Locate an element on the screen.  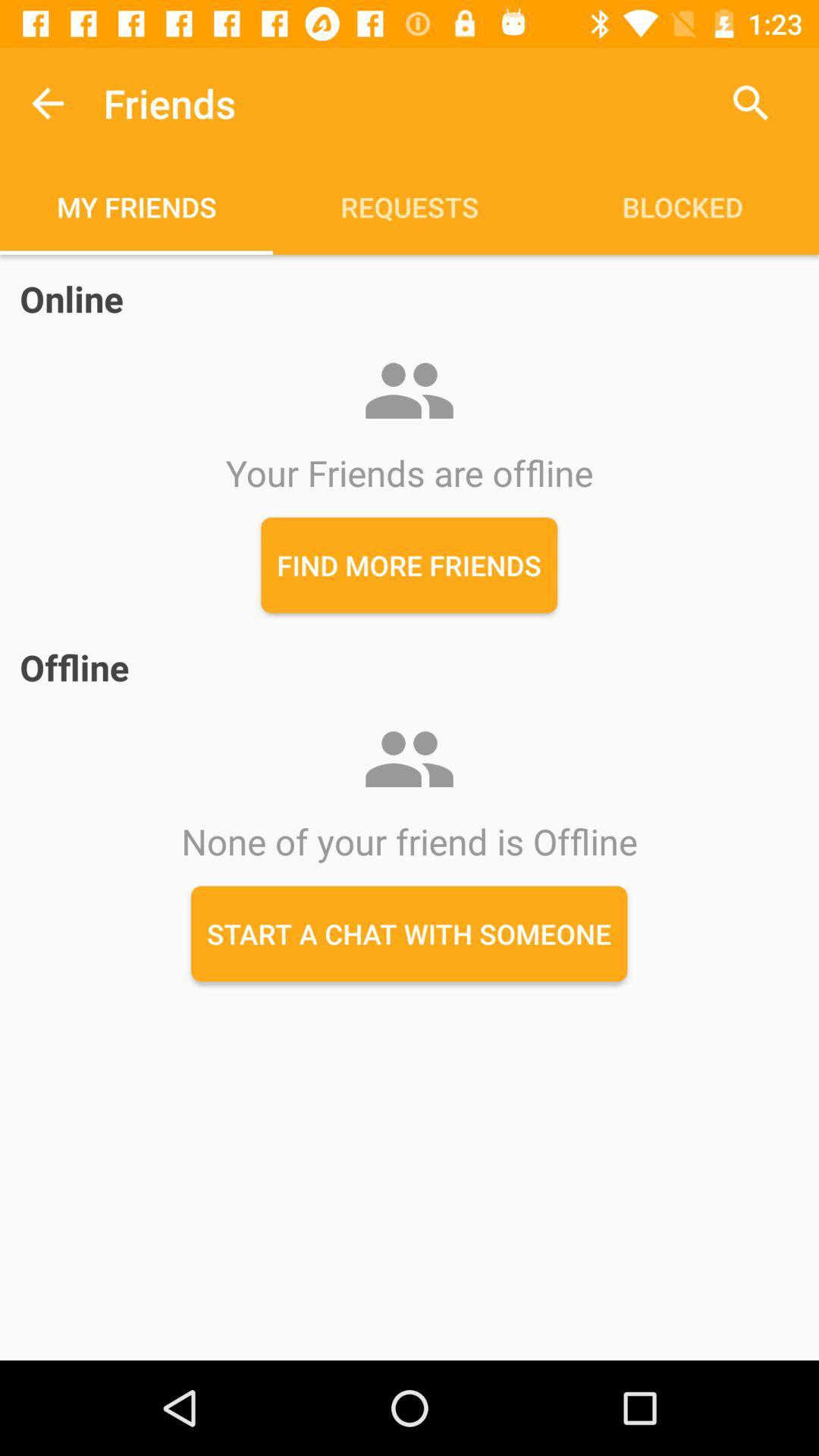
icon above the my friends item is located at coordinates (46, 102).